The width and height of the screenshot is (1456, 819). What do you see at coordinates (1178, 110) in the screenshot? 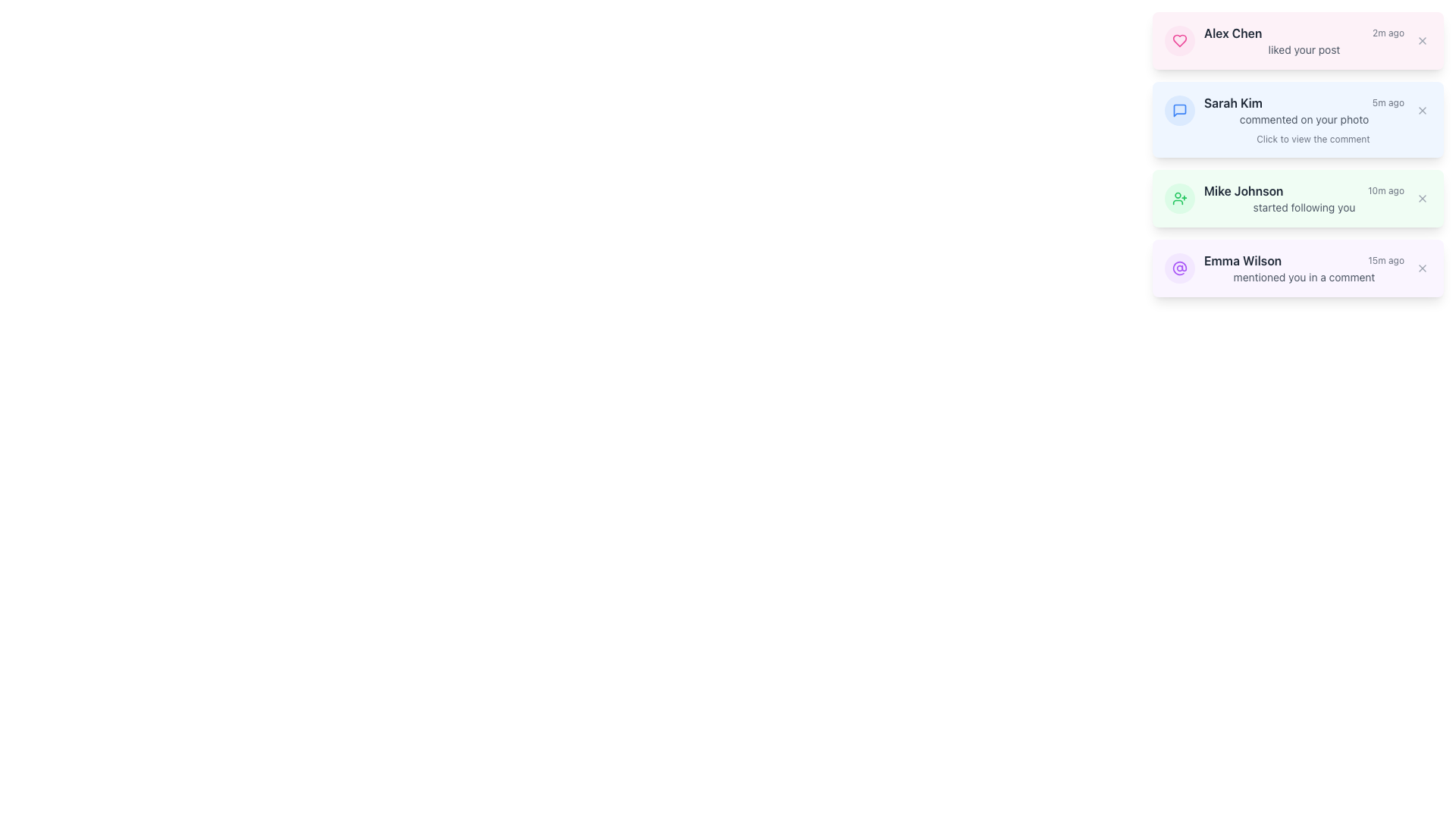
I see `the circular blue icon with a speech bubble symbol, which is a notification indicator for 'Sarah Kim', the second notification in the list` at bounding box center [1178, 110].